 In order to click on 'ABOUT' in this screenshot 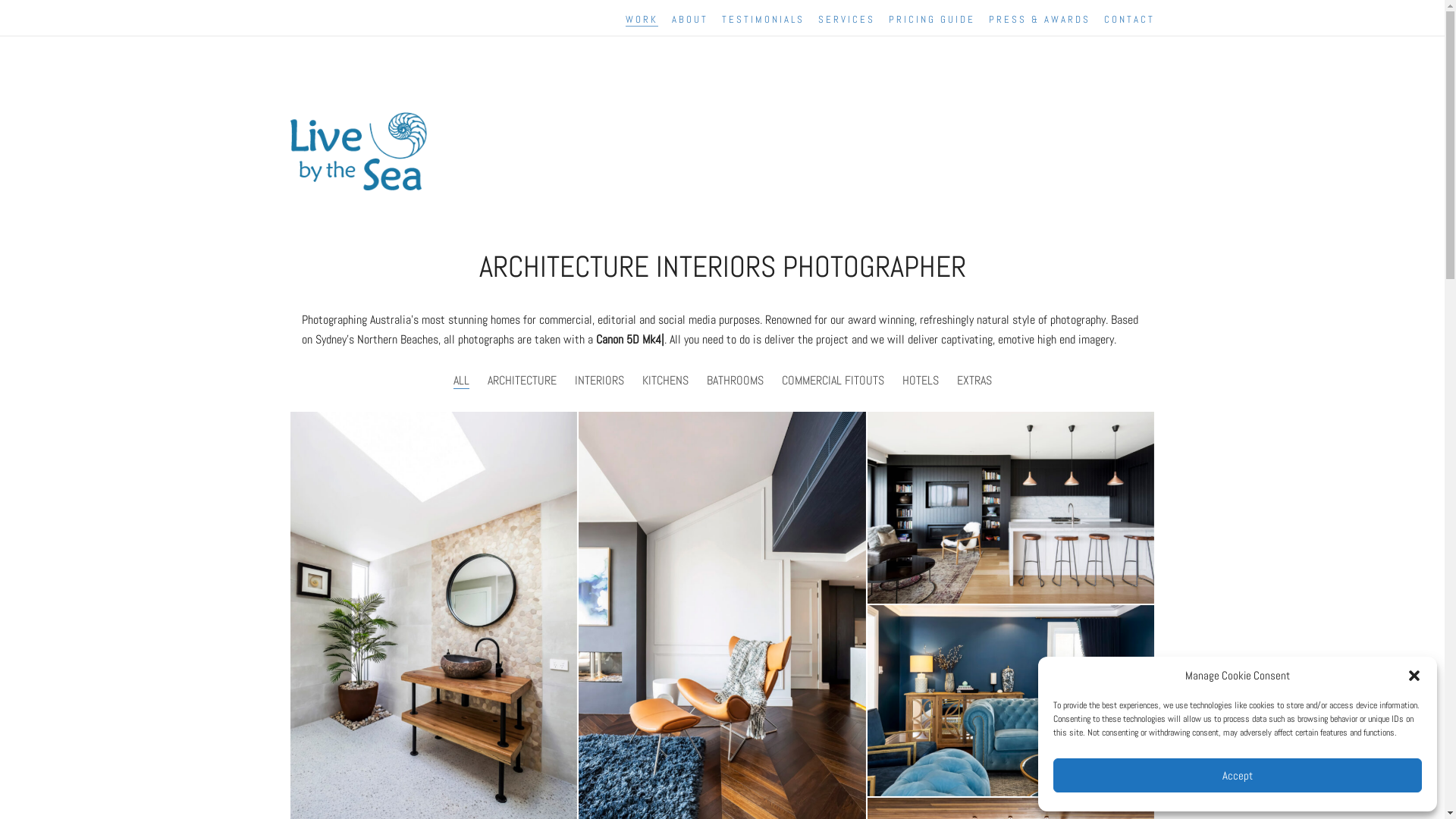, I will do `click(689, 19)`.